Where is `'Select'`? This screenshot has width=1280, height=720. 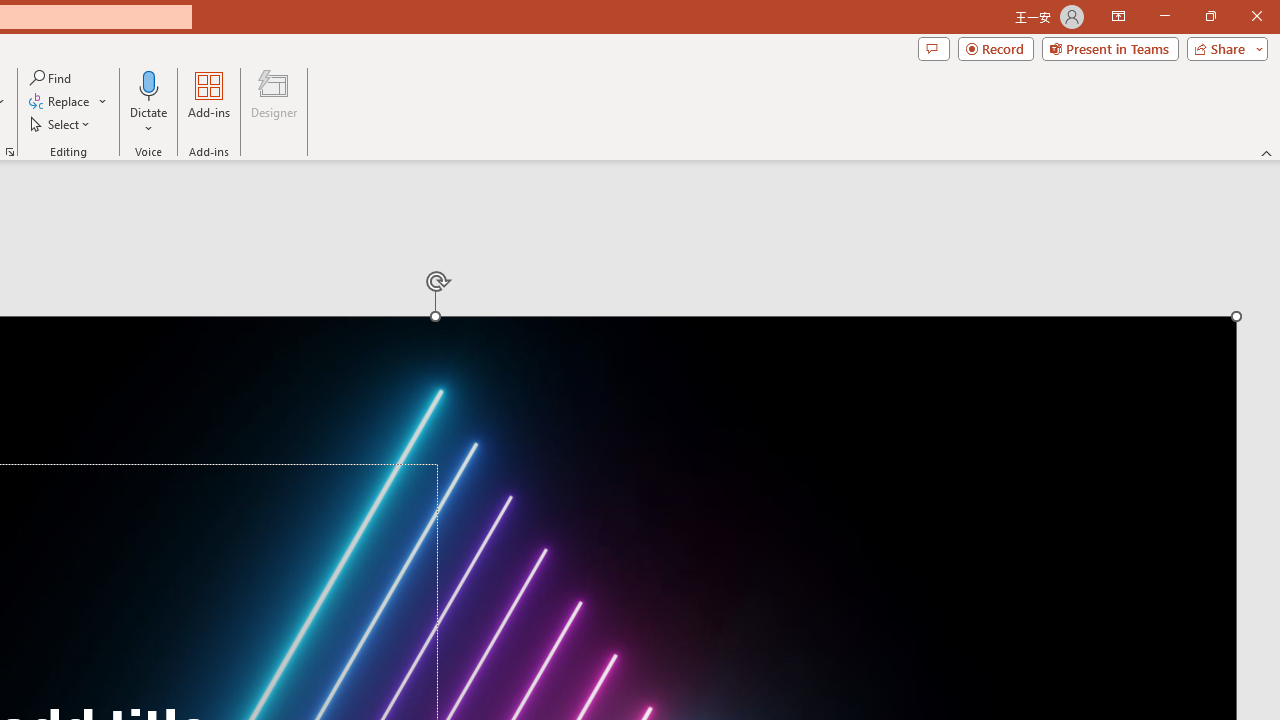 'Select' is located at coordinates (61, 124).